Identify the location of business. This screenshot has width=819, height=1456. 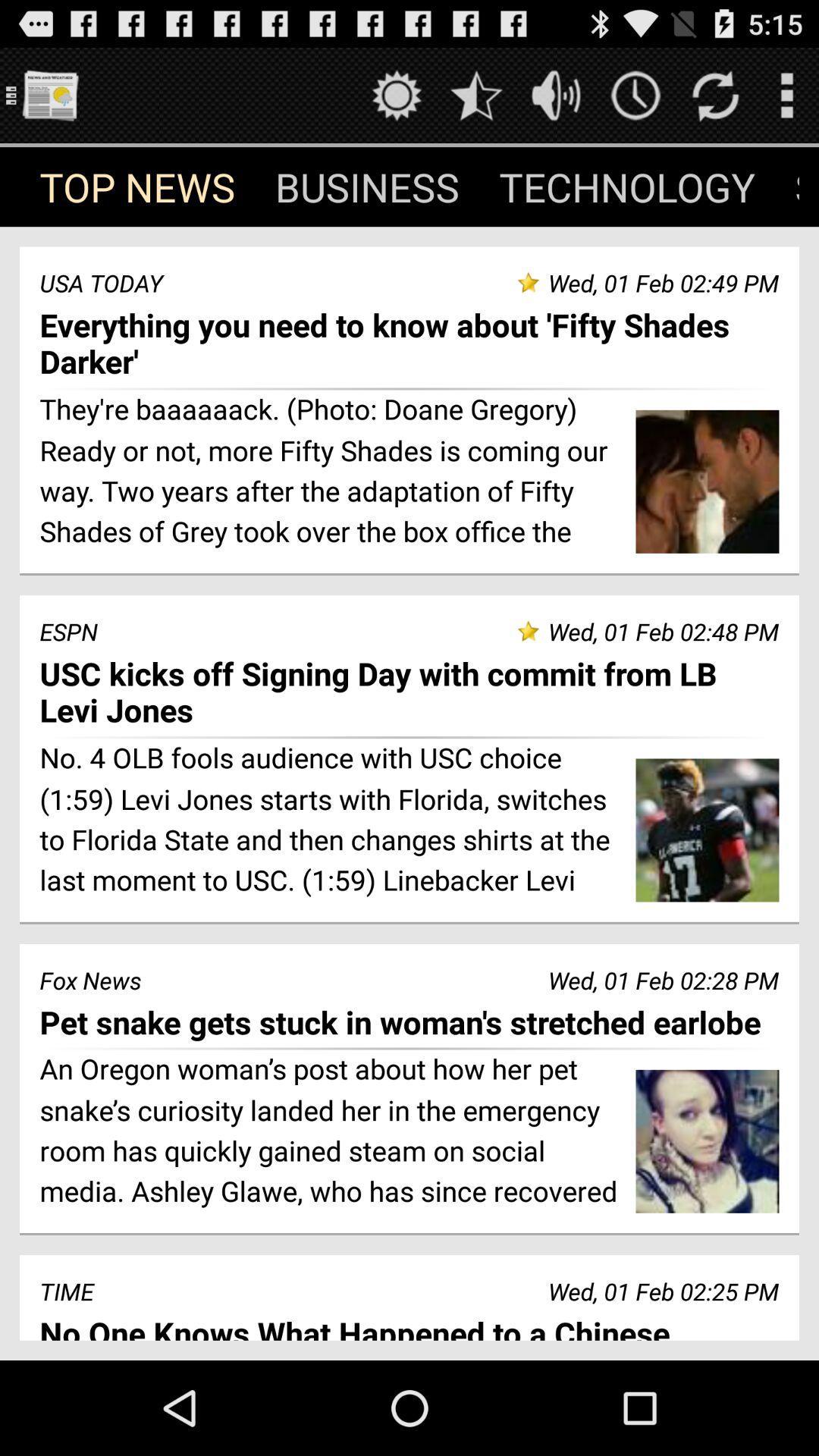
(367, 186).